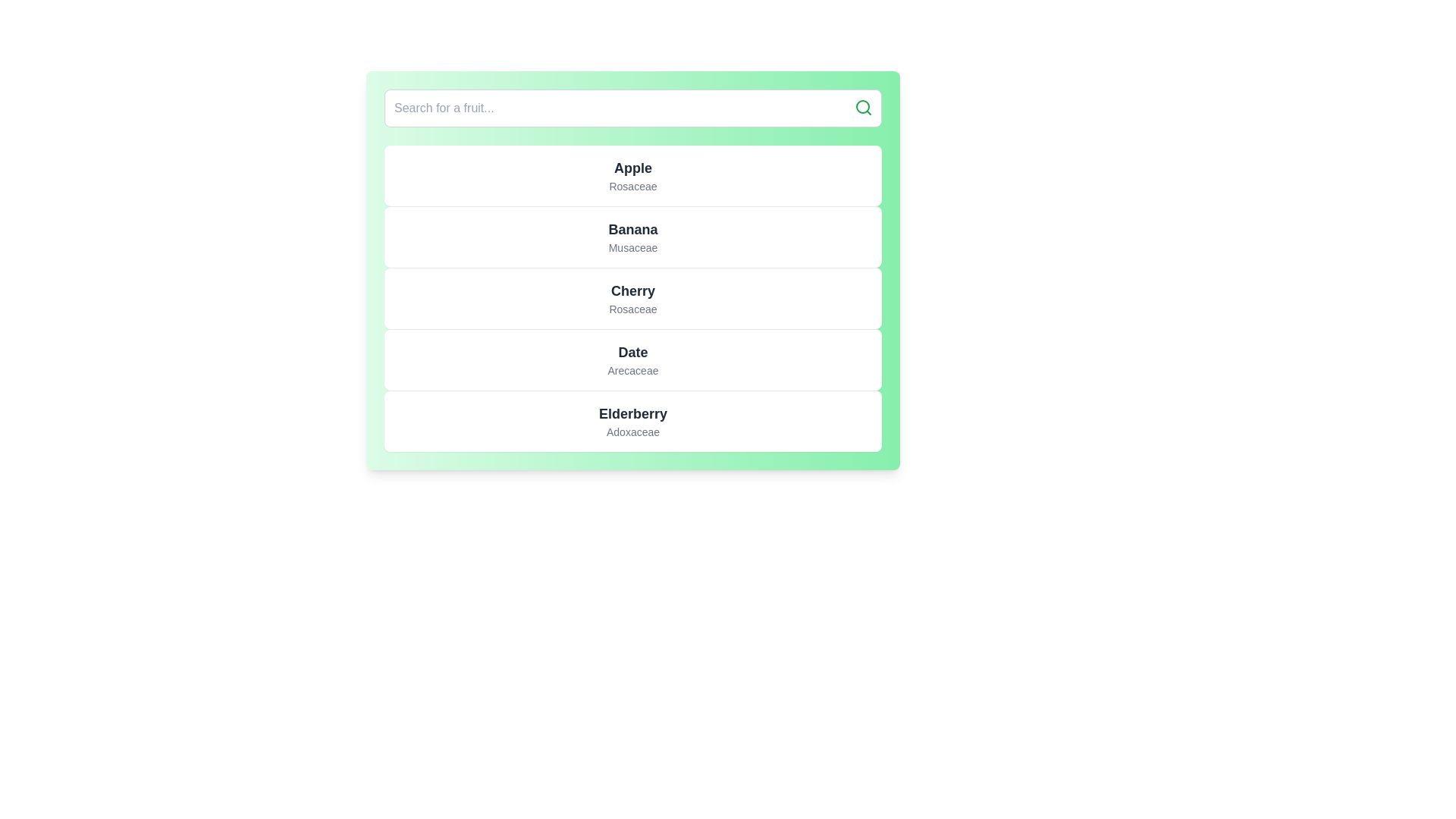 The height and width of the screenshot is (819, 1456). I want to click on the green circular decoration within the search icon located at the top-right corner of the search bar, so click(862, 106).